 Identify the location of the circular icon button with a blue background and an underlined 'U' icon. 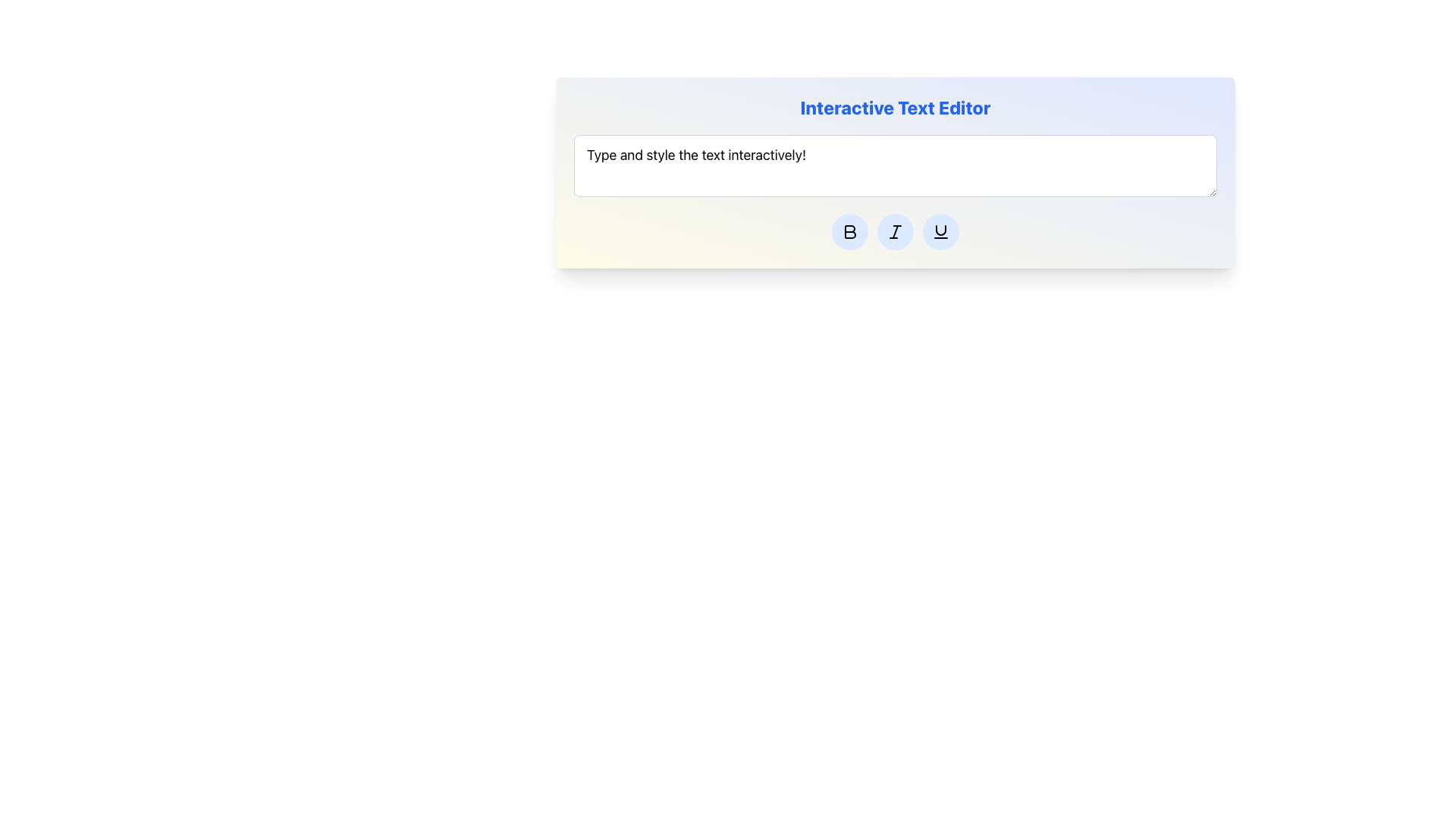
(940, 231).